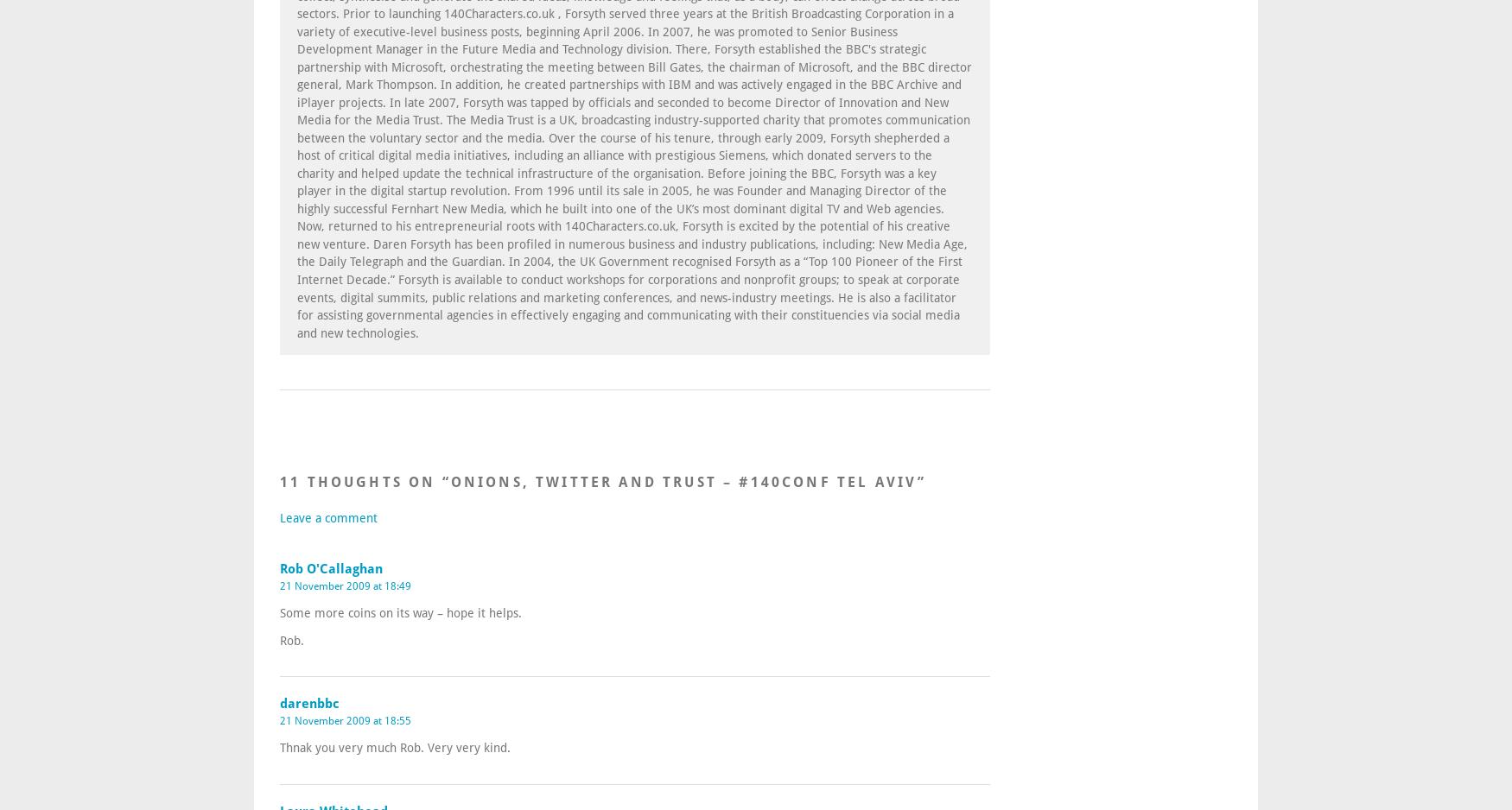 The height and width of the screenshot is (810, 1512). I want to click on '21 November 2009 at 18:49', so click(345, 585).